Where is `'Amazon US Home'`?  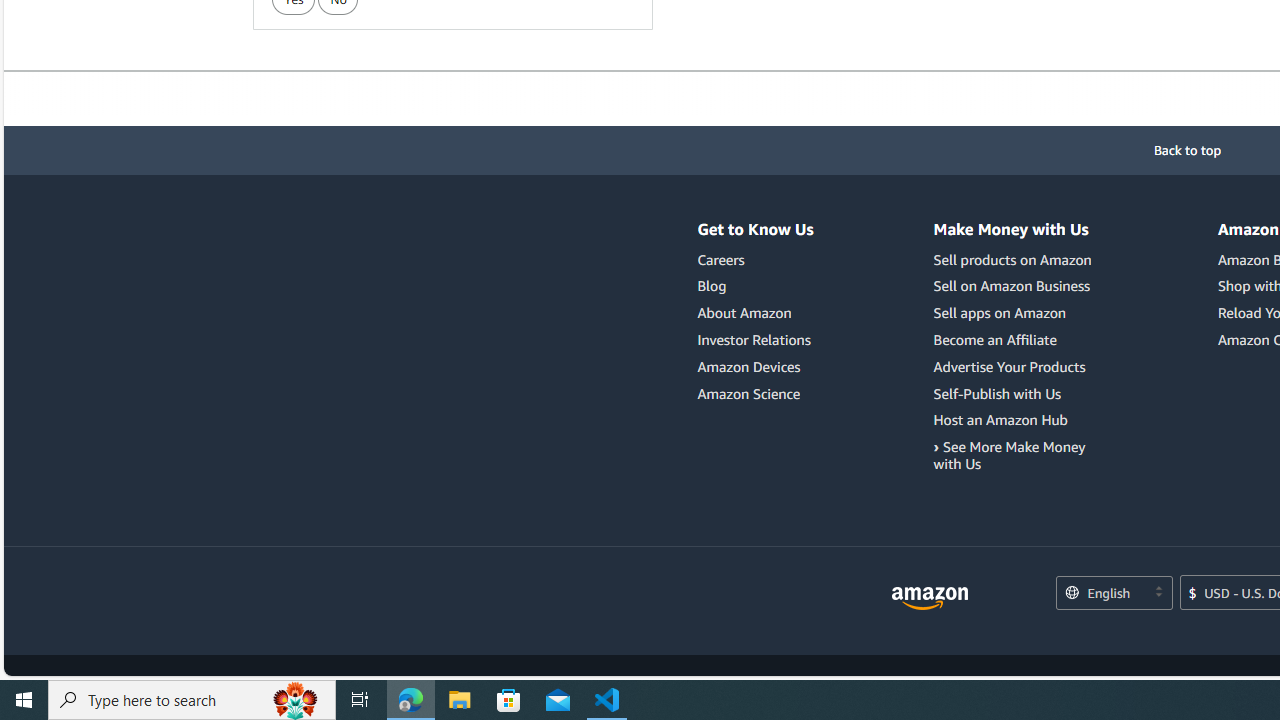 'Amazon US Home' is located at coordinates (929, 597).